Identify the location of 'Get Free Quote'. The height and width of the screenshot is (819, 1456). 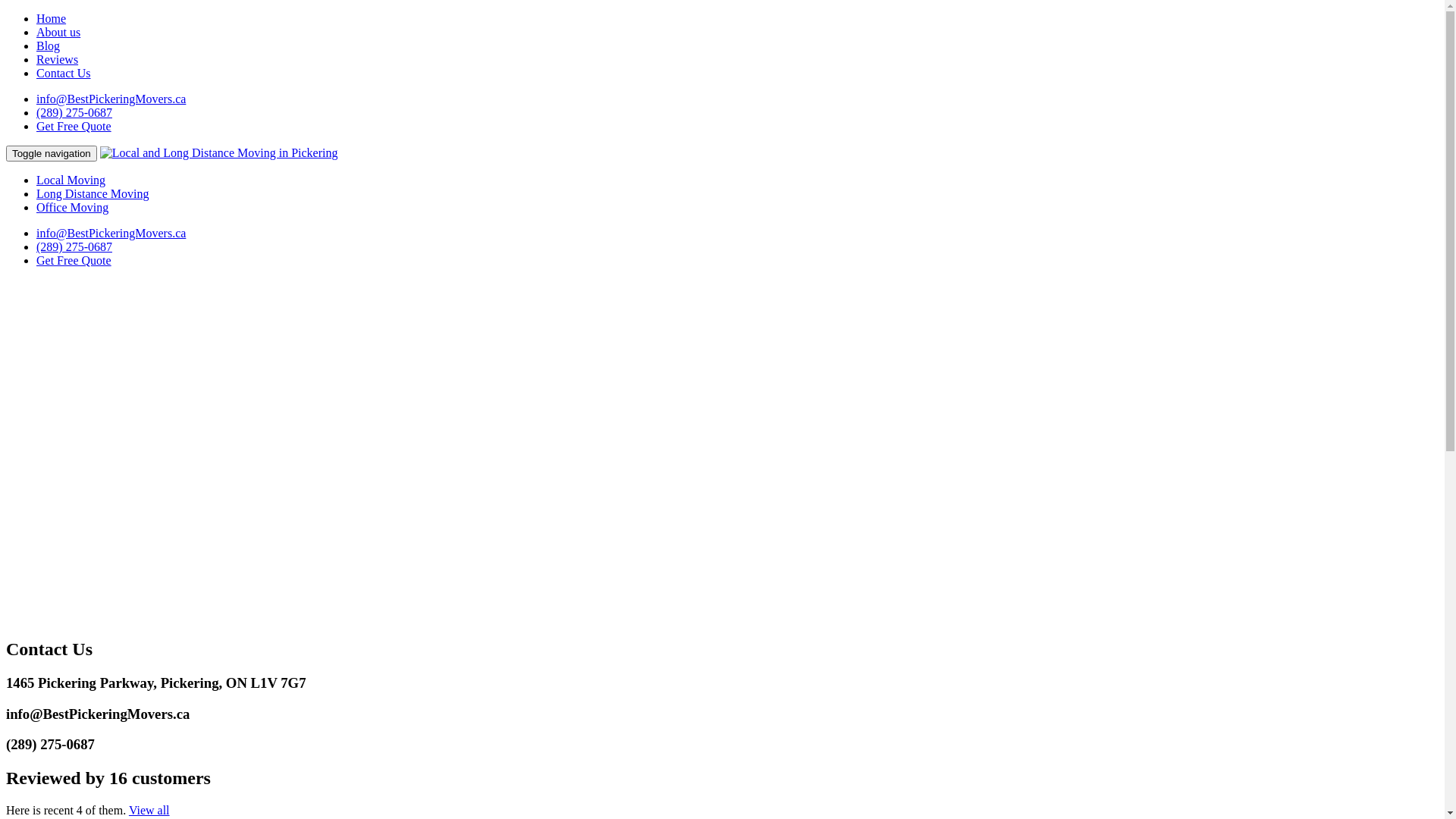
(73, 259).